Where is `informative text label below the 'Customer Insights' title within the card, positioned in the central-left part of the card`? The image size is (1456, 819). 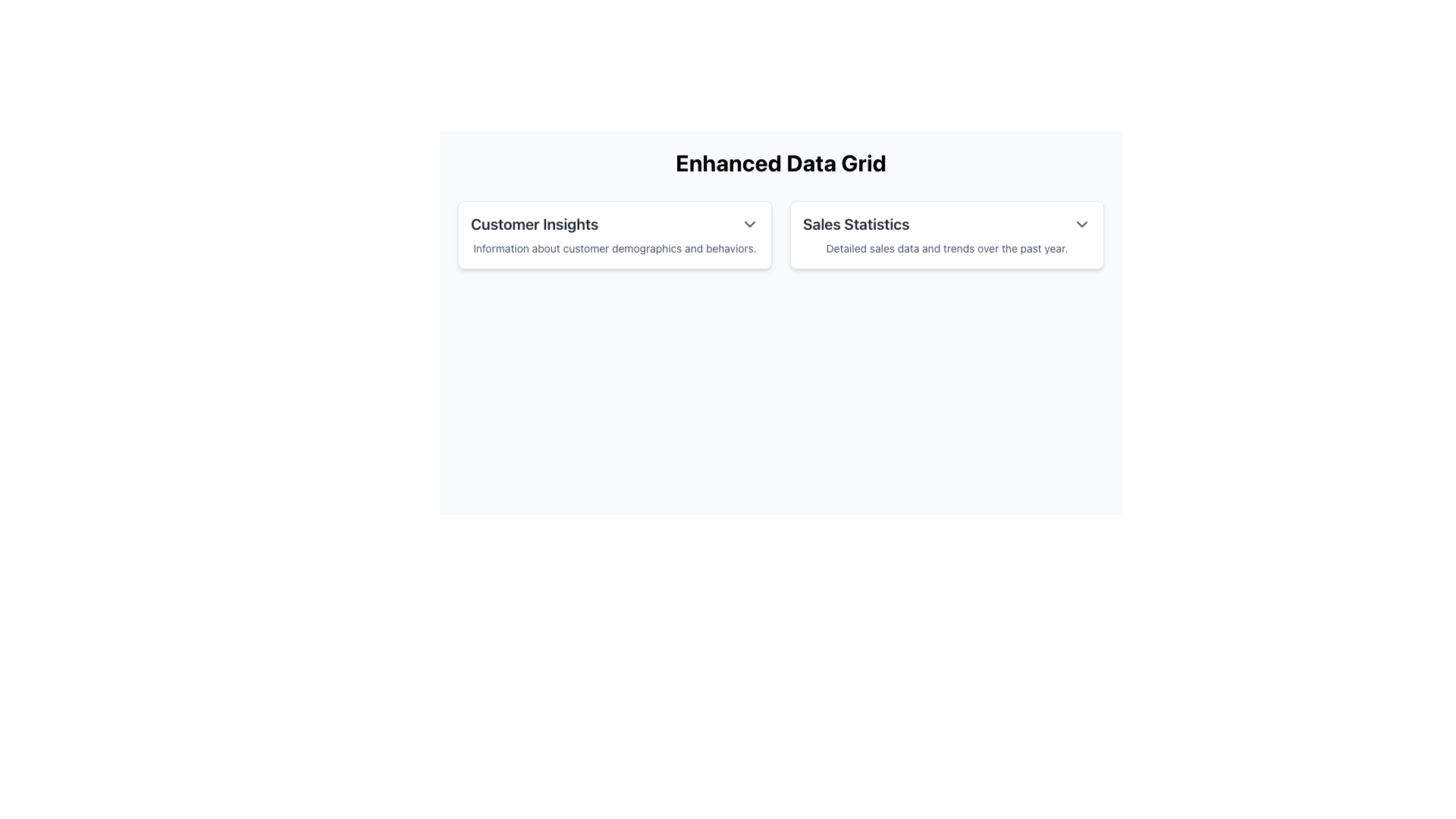
informative text label below the 'Customer Insights' title within the card, positioned in the central-left part of the card is located at coordinates (615, 247).